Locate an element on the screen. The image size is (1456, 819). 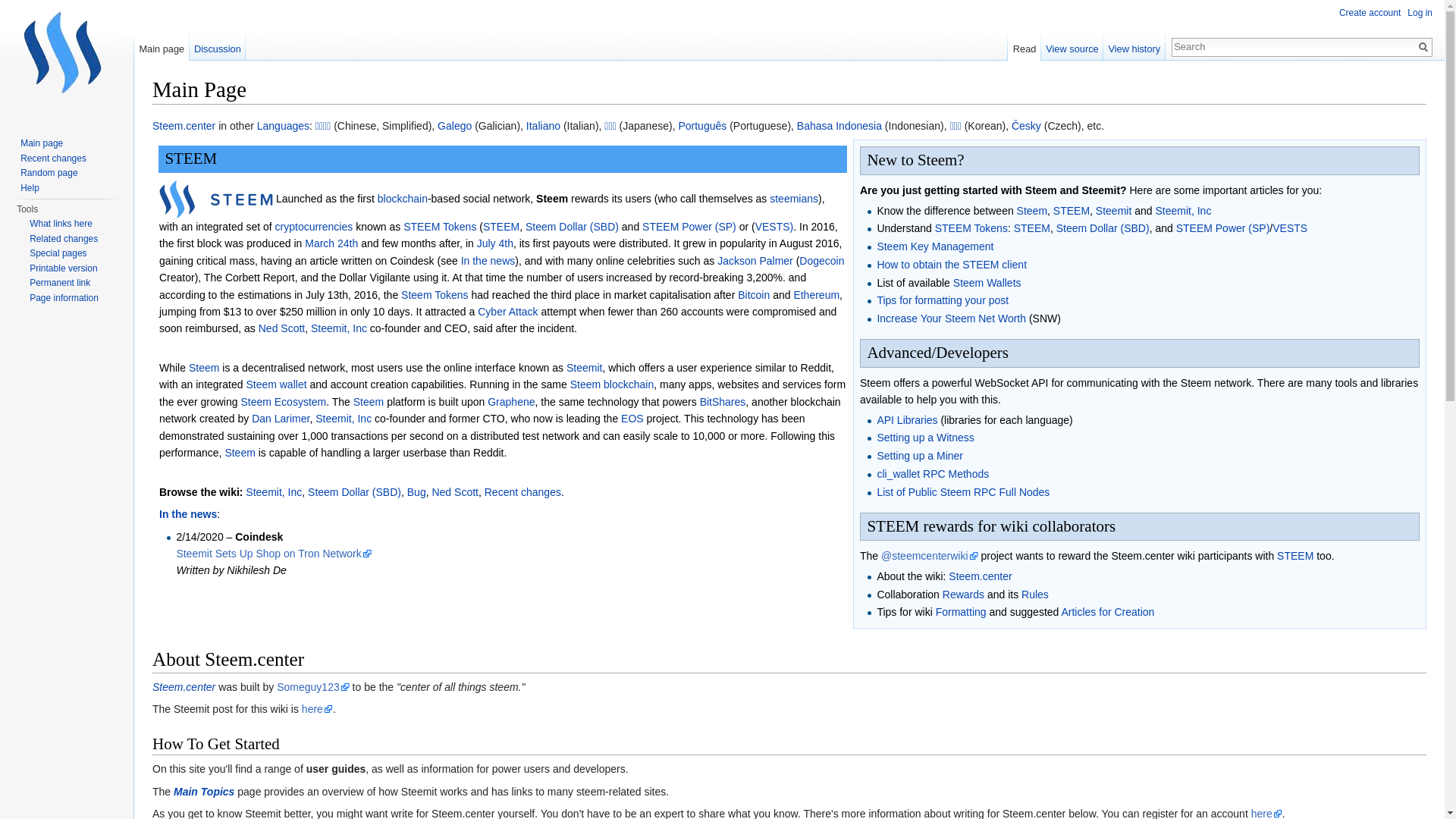
'March 24th' is located at coordinates (330, 242).